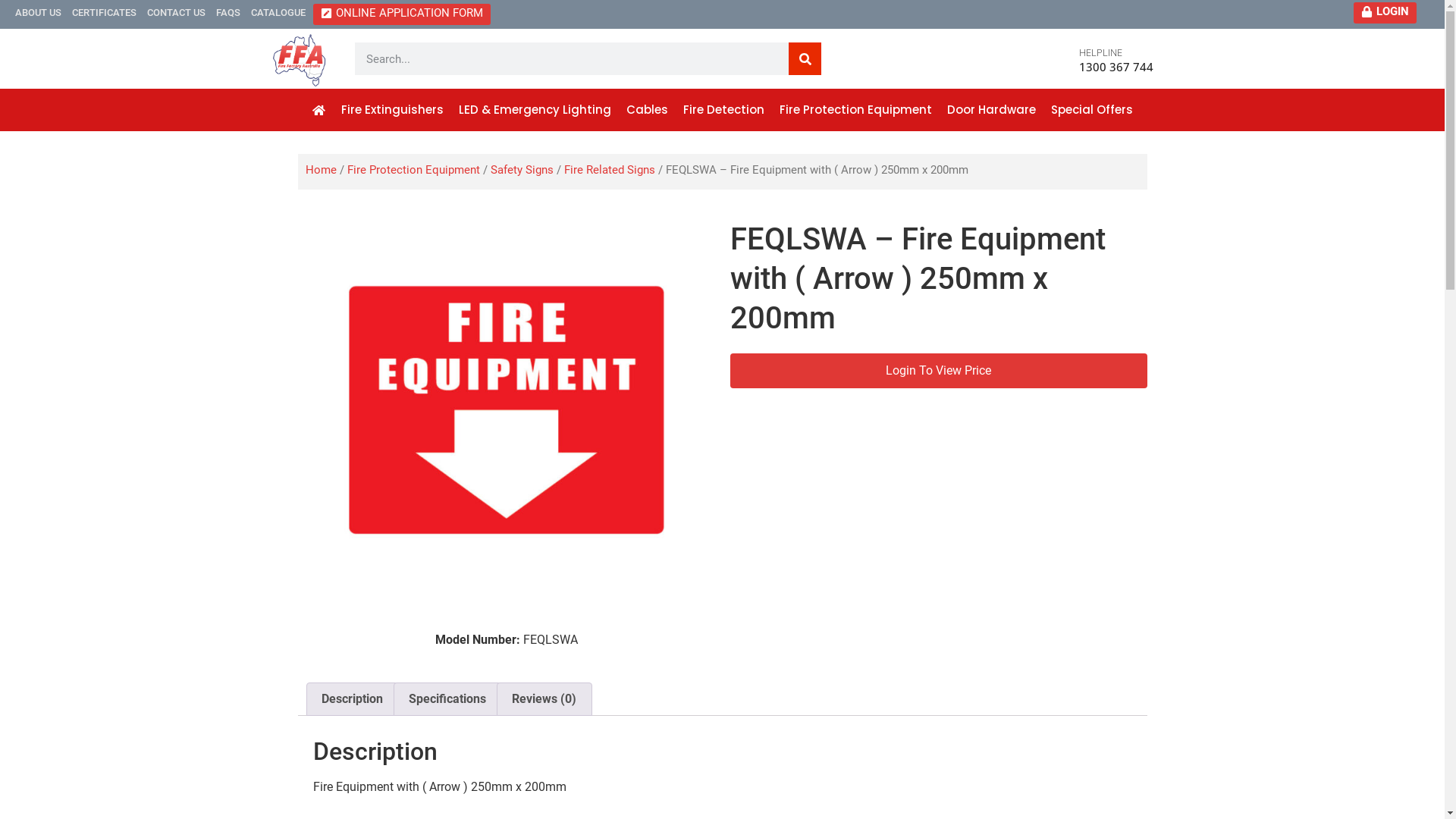  Describe the element at coordinates (103, 11) in the screenshot. I see `'CERTIFICATES'` at that location.